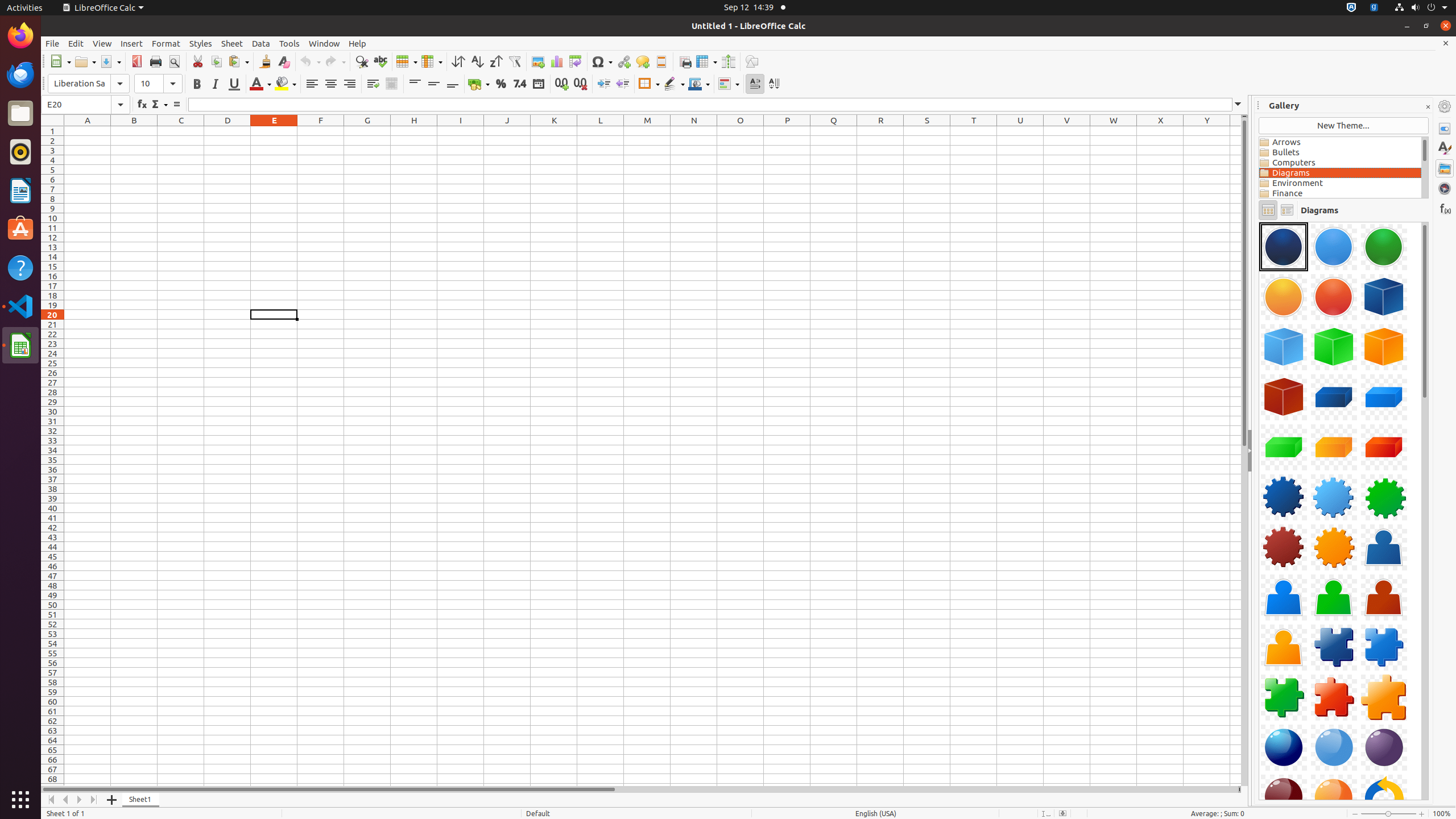  What do you see at coordinates (259, 83) in the screenshot?
I see `'Font Color'` at bounding box center [259, 83].